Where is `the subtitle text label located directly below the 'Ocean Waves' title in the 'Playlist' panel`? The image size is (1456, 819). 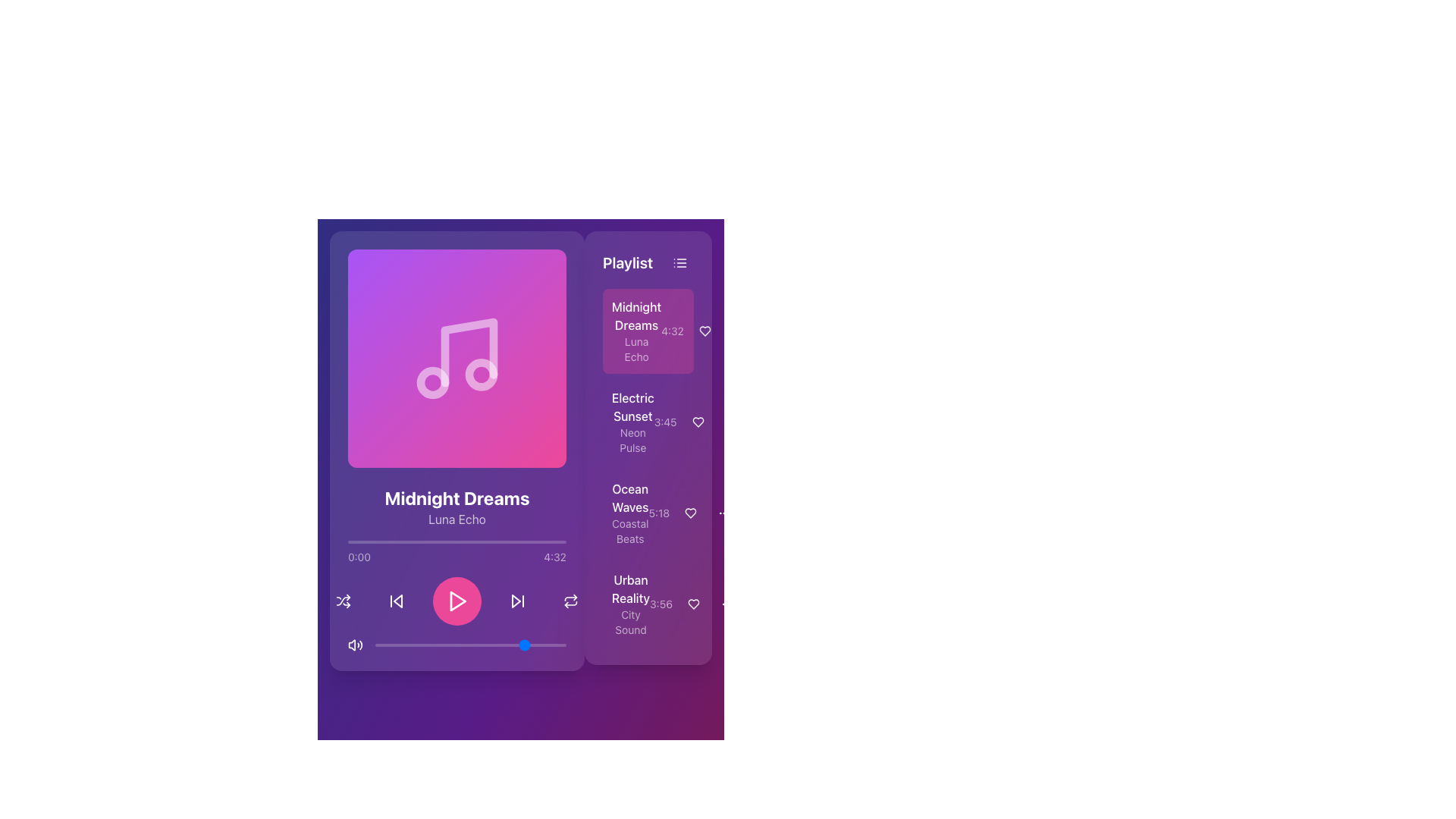 the subtitle text label located directly below the 'Ocean Waves' title in the 'Playlist' panel is located at coordinates (630, 531).